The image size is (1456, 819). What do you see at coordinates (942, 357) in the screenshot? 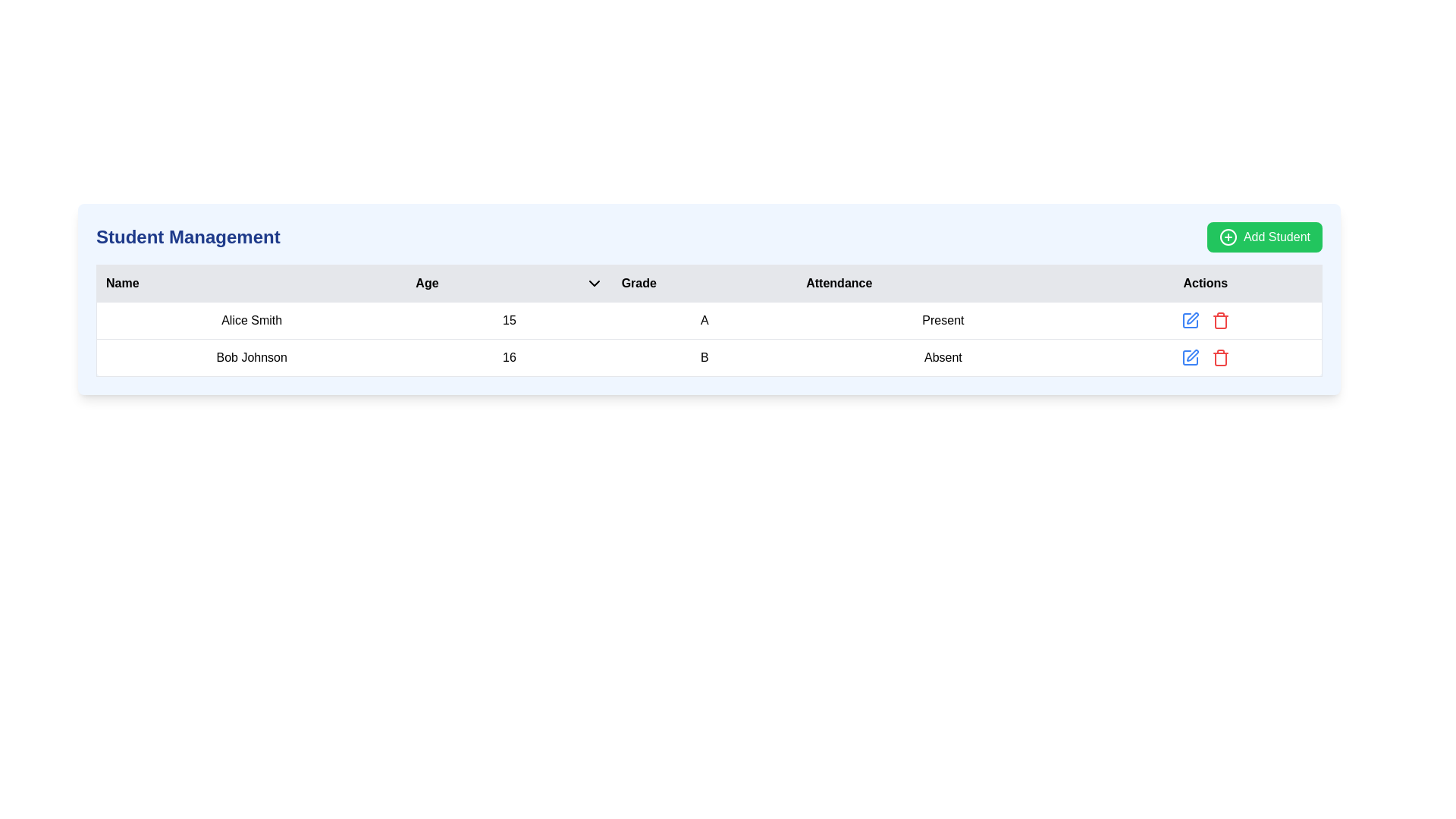
I see `the text label that displays 'Absent', located in the fourth column of the second row under the 'Attendance' header in the table` at bounding box center [942, 357].